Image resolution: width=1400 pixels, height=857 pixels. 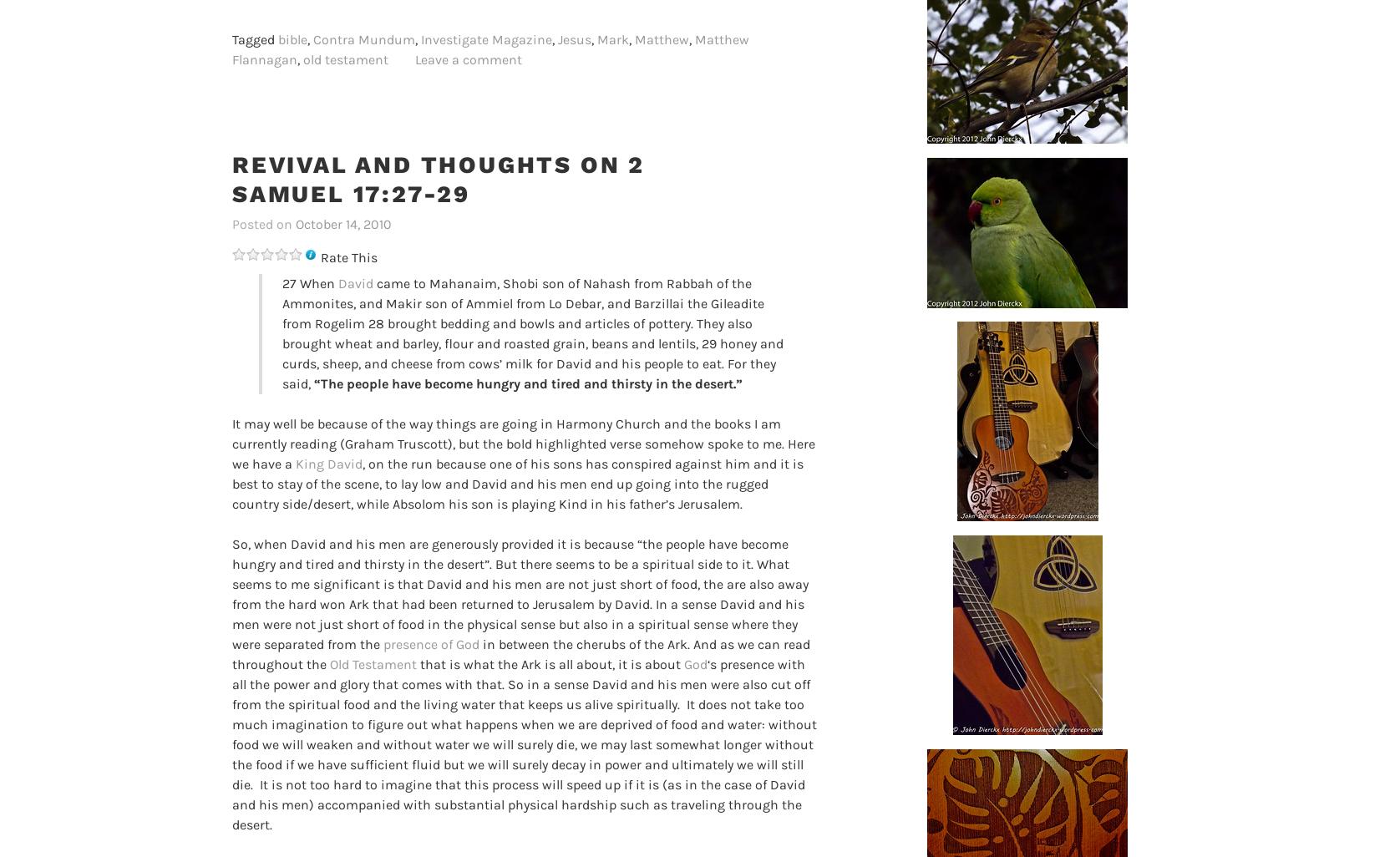 What do you see at coordinates (557, 38) in the screenshot?
I see `'Jesus'` at bounding box center [557, 38].